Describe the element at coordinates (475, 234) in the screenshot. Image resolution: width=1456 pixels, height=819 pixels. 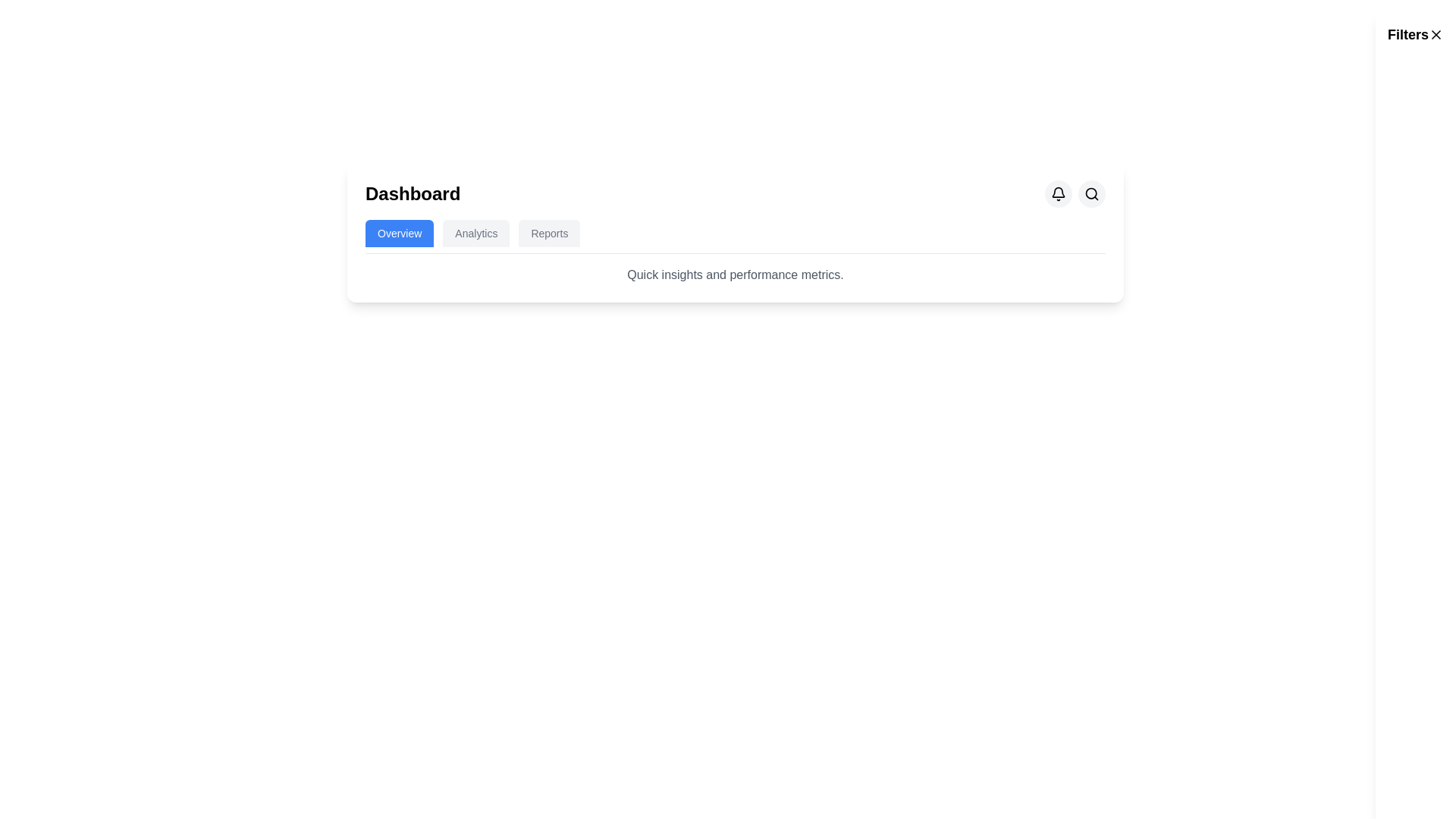
I see `the 'Analytics' tab, which is a rectangular button with rounded corners, light gray background, and darker gray text, located in the middle of three horizontally aligned tabs labeled 'Overview,' 'Analytics,' and 'Reports.'` at that location.